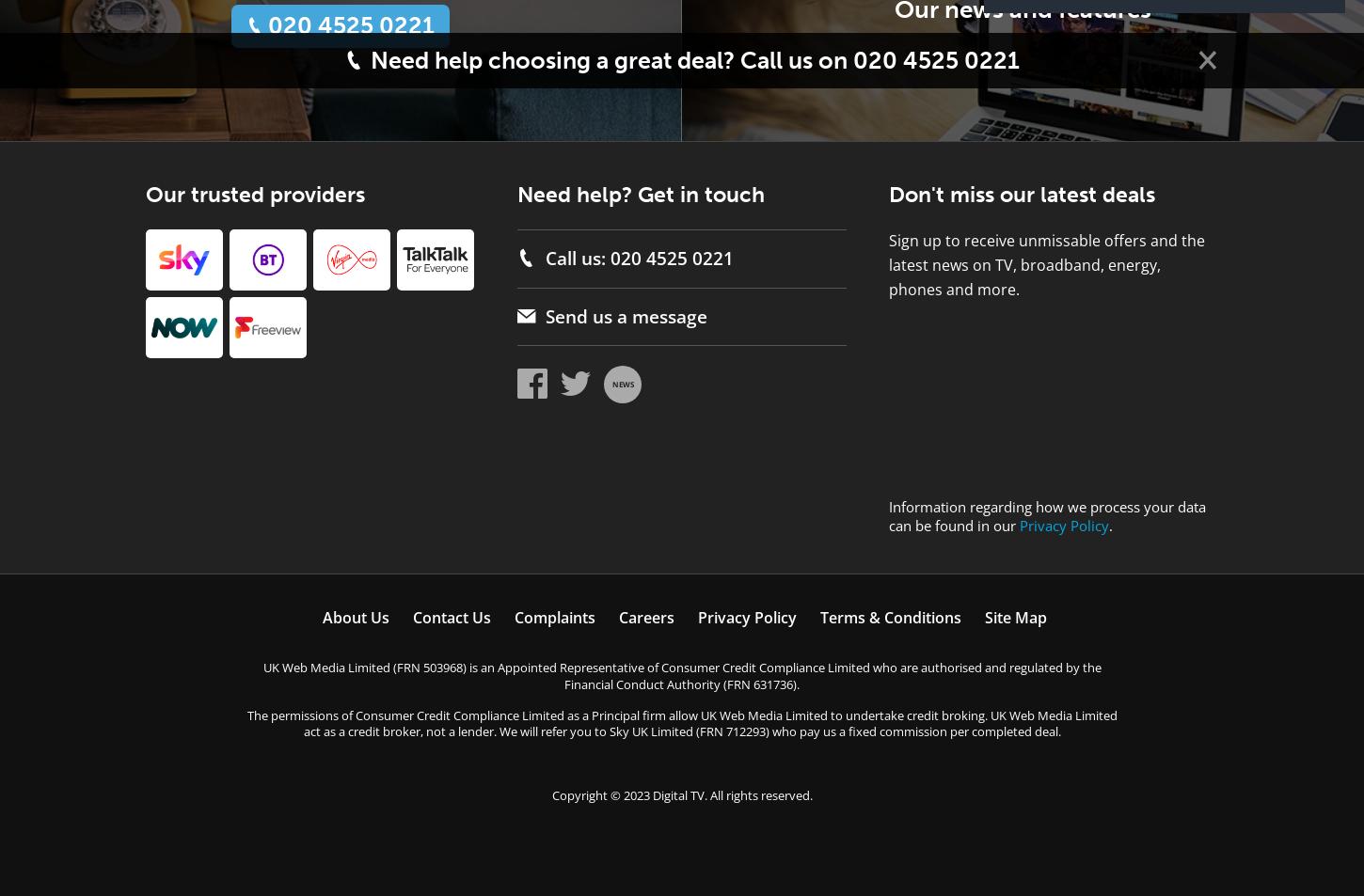  What do you see at coordinates (680, 676) in the screenshot?
I see `'UK Web Media Limited (FRN 503968) is an Appointed Representative of Consumer Credit Compliance Limited who are authorised and regulated by the Financial Conduct Authority (FRN 631736).'` at bounding box center [680, 676].